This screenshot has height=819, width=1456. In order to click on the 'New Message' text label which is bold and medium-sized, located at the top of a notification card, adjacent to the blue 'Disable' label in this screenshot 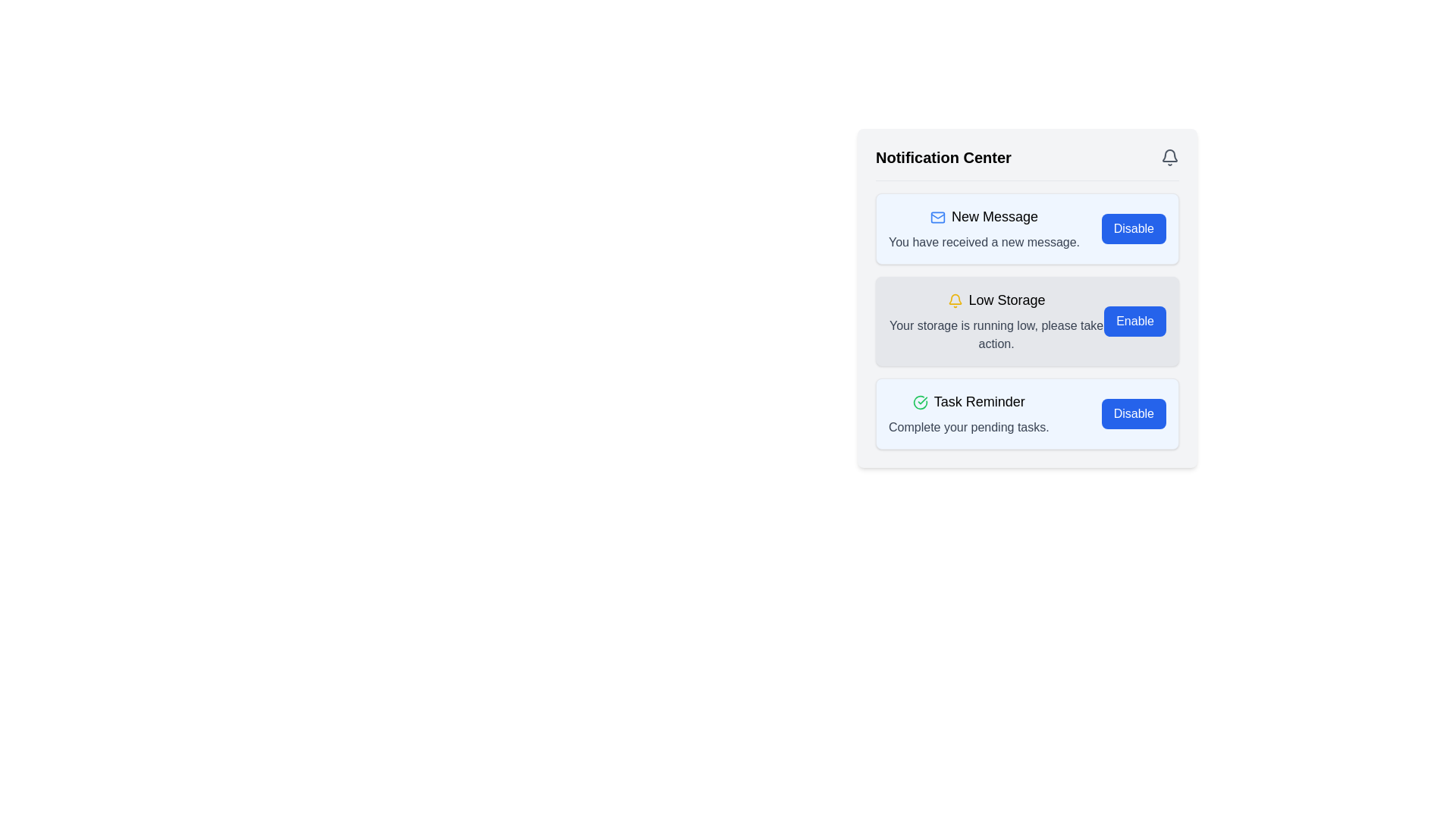, I will do `click(984, 216)`.